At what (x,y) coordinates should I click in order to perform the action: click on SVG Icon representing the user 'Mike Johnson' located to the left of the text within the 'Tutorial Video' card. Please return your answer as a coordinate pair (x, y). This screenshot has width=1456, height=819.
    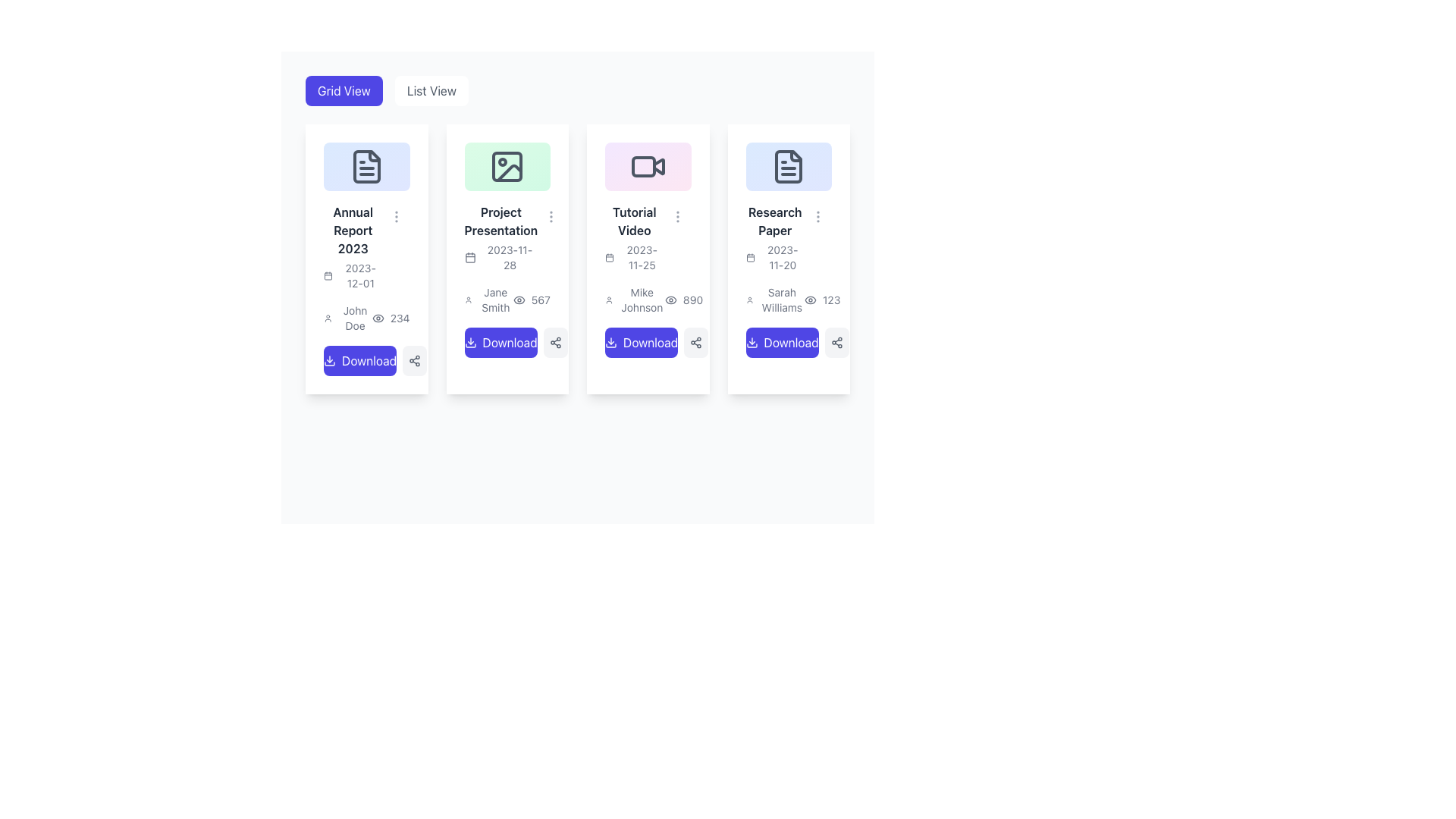
    Looking at the image, I should click on (609, 300).